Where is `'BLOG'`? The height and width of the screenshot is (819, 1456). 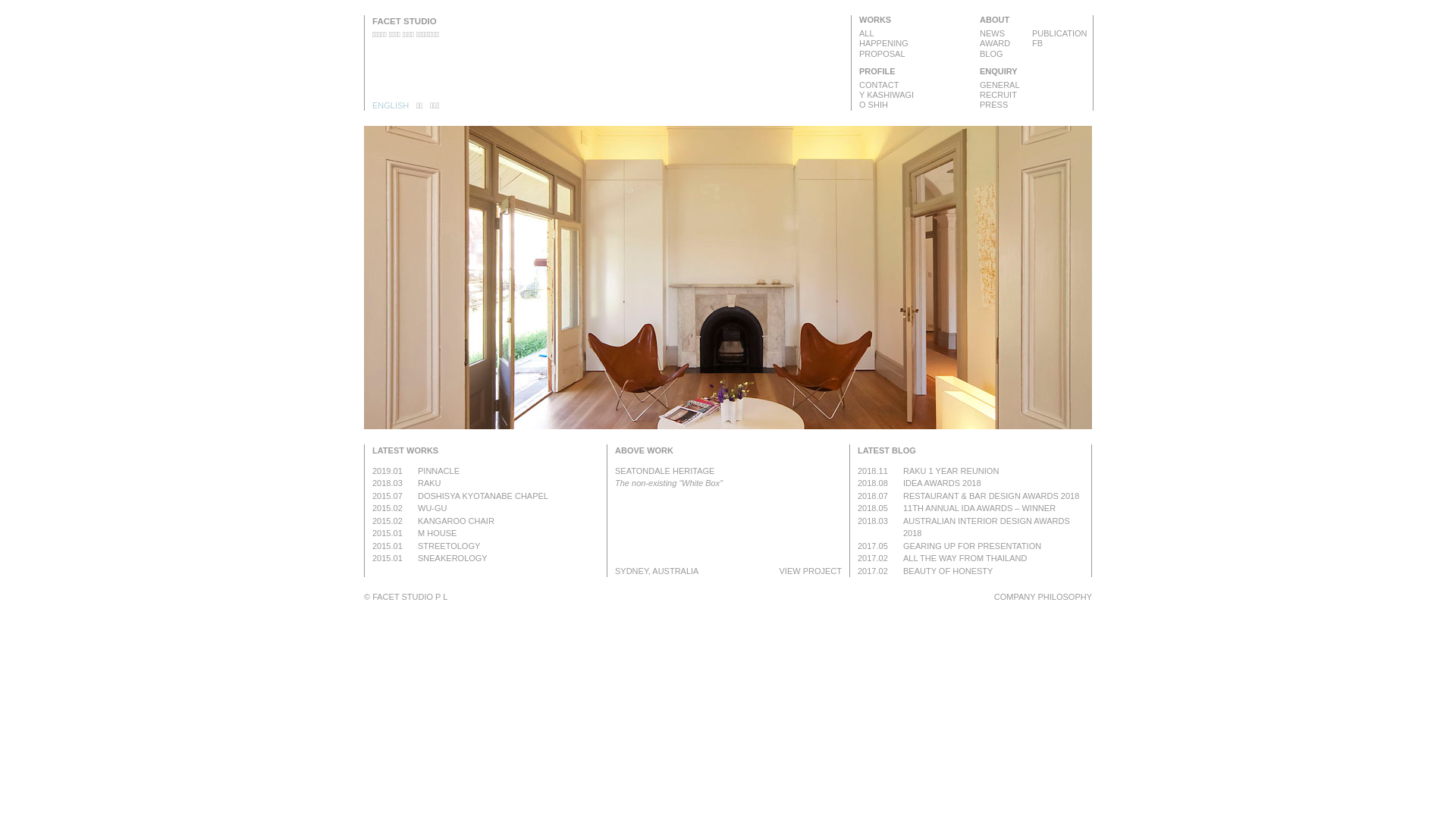 'BLOG' is located at coordinates (979, 53).